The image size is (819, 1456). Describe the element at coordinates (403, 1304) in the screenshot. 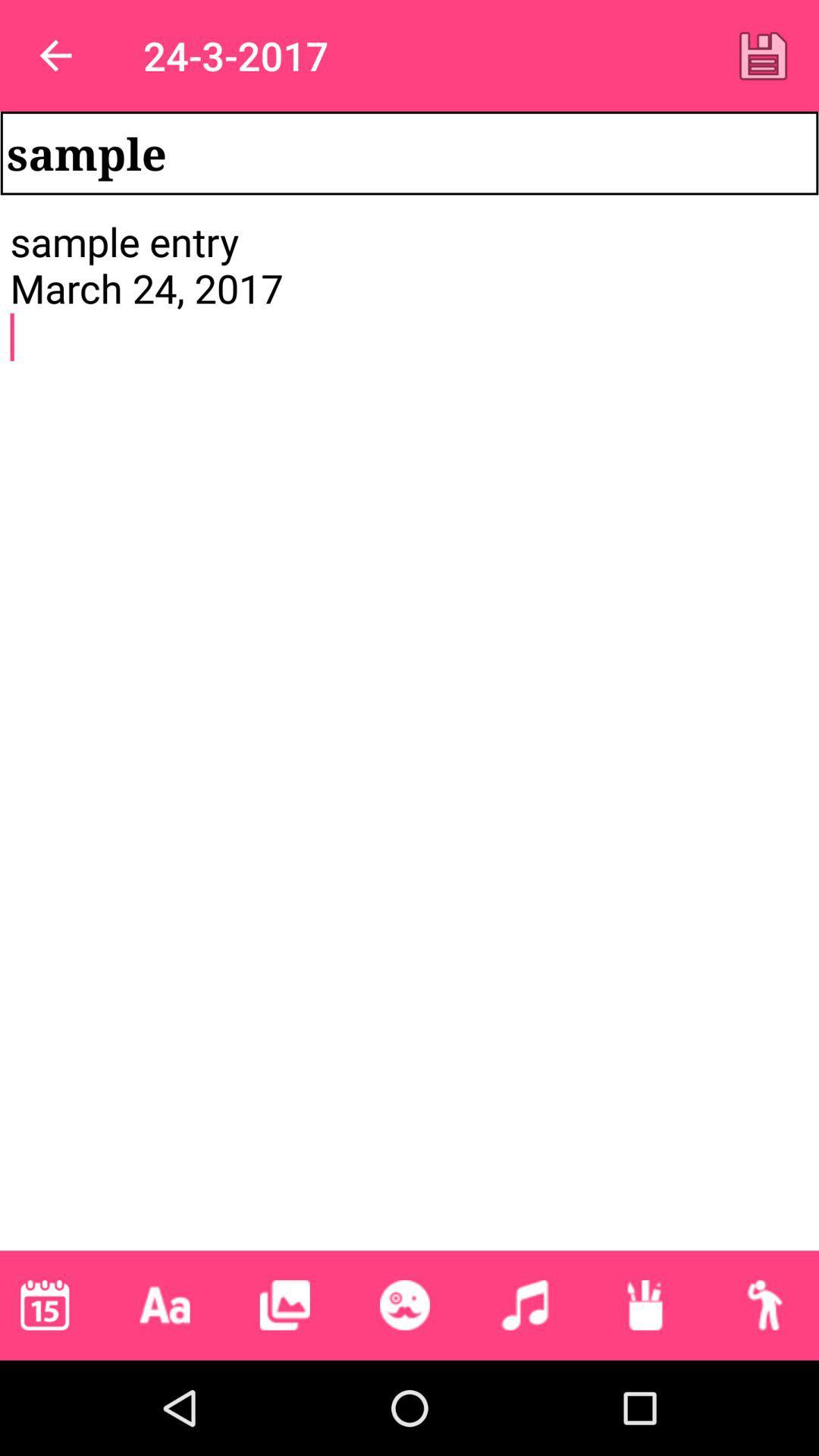

I see `the emoji icon` at that location.